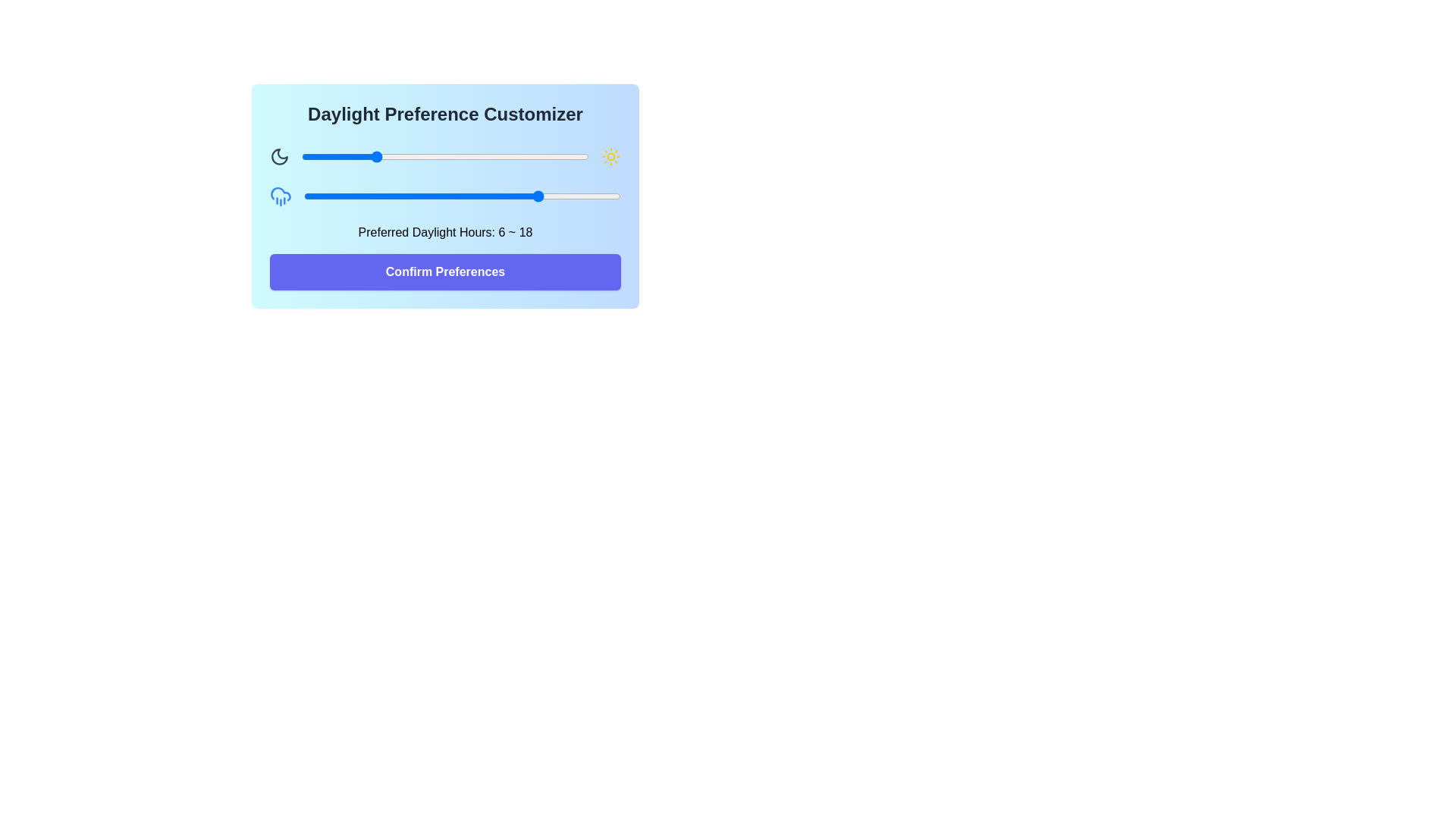 The width and height of the screenshot is (1456, 819). Describe the element at coordinates (280, 157) in the screenshot. I see `the crescent moon icon representing night or dark theme, located in the top-left area of the card containing the 'Daylight Preference Customizer'` at that location.